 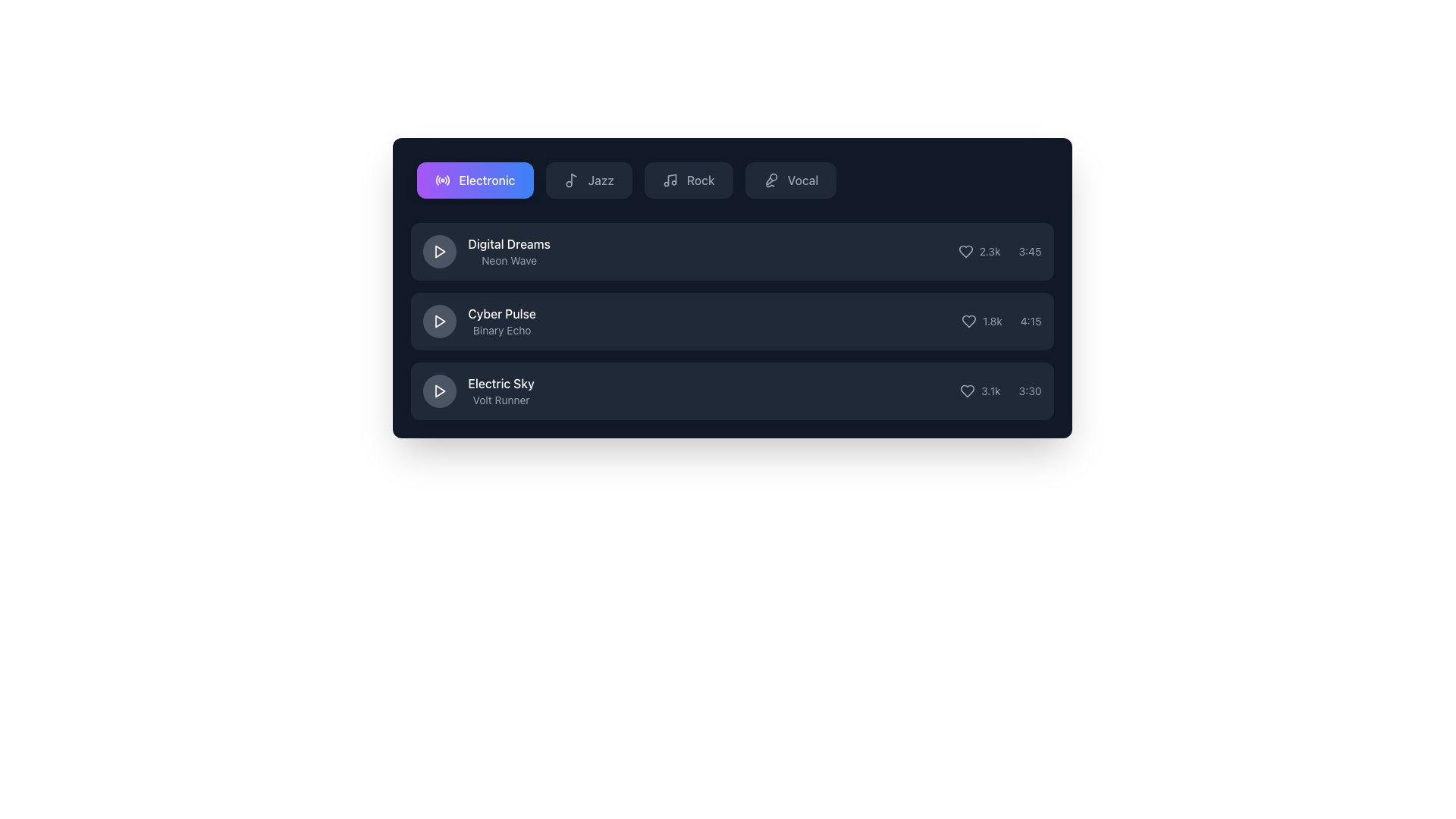 What do you see at coordinates (474, 180) in the screenshot?
I see `the first category button labeled 'Electronic'` at bounding box center [474, 180].